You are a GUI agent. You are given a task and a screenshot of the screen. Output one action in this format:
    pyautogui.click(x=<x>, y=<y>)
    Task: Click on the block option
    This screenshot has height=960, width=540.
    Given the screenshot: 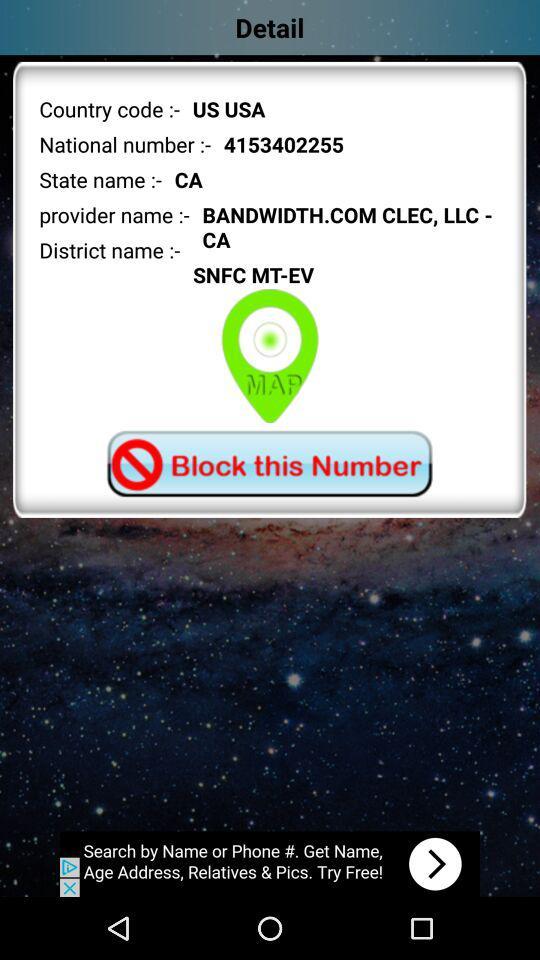 What is the action you would take?
    pyautogui.click(x=269, y=463)
    